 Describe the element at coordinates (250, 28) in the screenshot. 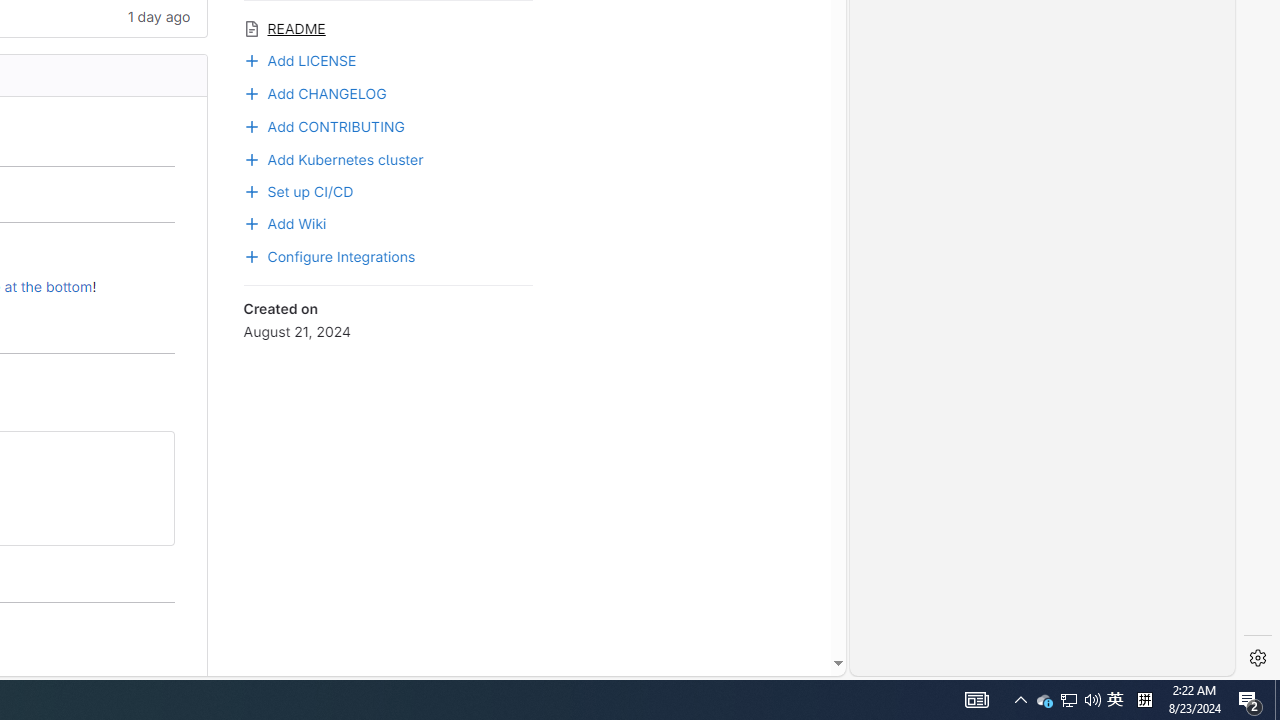

I see `'Class: s16 icon gl-mr-3 gl-text-gray-500'` at that location.